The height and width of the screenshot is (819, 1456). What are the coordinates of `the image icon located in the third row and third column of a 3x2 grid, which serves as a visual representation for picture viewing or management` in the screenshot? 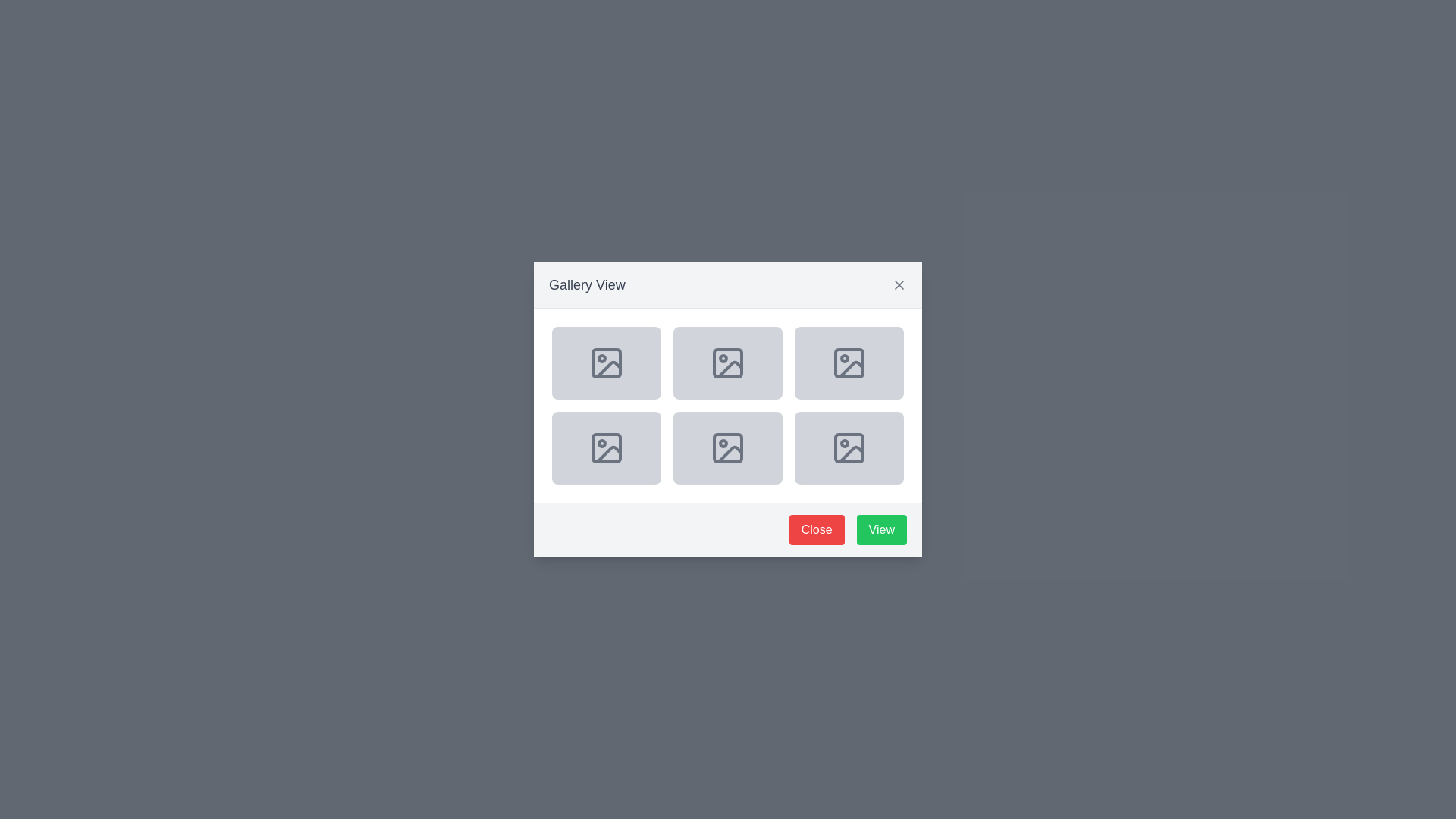 It's located at (730, 452).